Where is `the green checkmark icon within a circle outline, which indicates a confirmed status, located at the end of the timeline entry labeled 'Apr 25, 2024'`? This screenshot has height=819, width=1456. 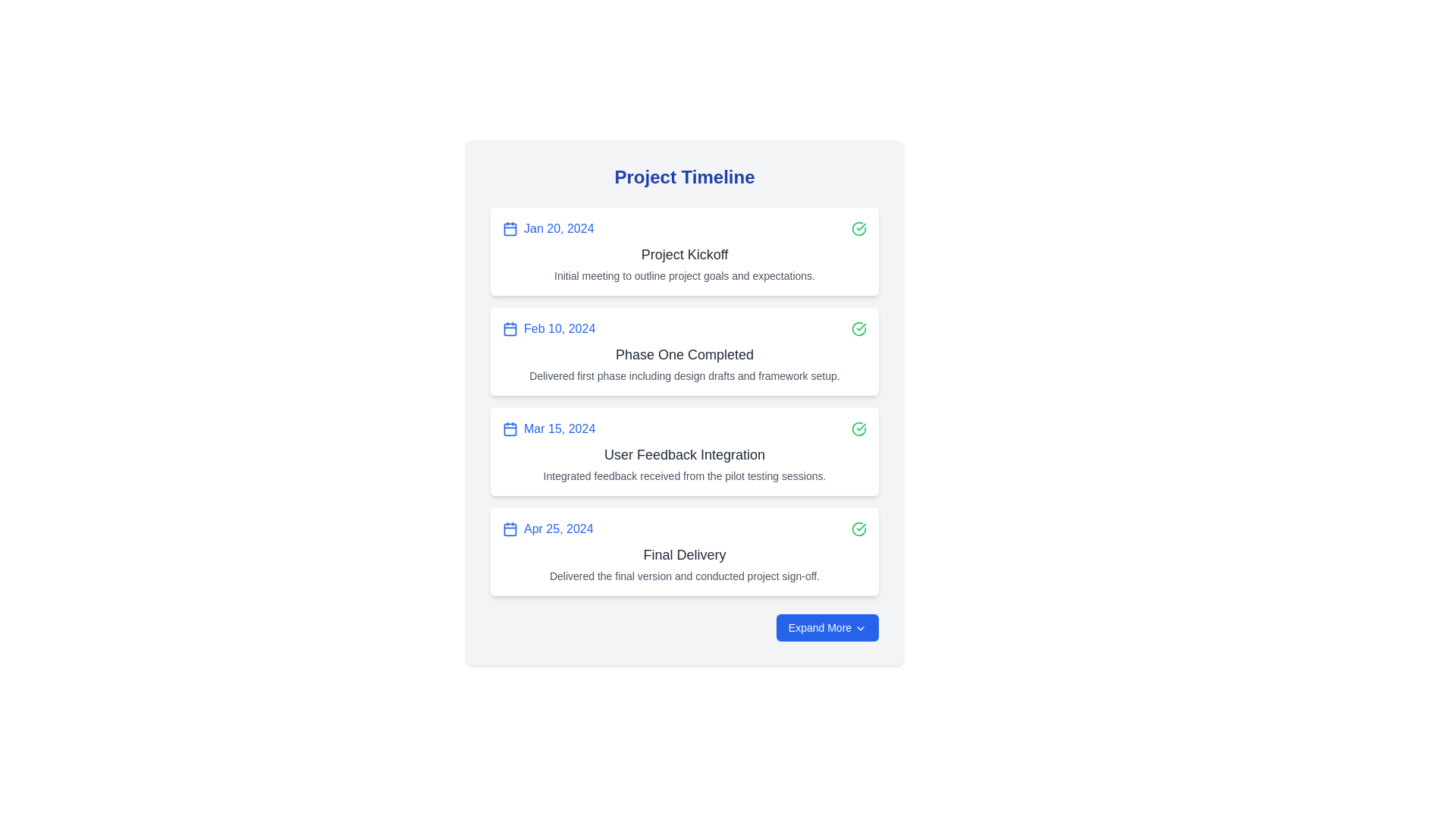
the green checkmark icon within a circle outline, which indicates a confirmed status, located at the end of the timeline entry labeled 'Apr 25, 2024' is located at coordinates (858, 529).